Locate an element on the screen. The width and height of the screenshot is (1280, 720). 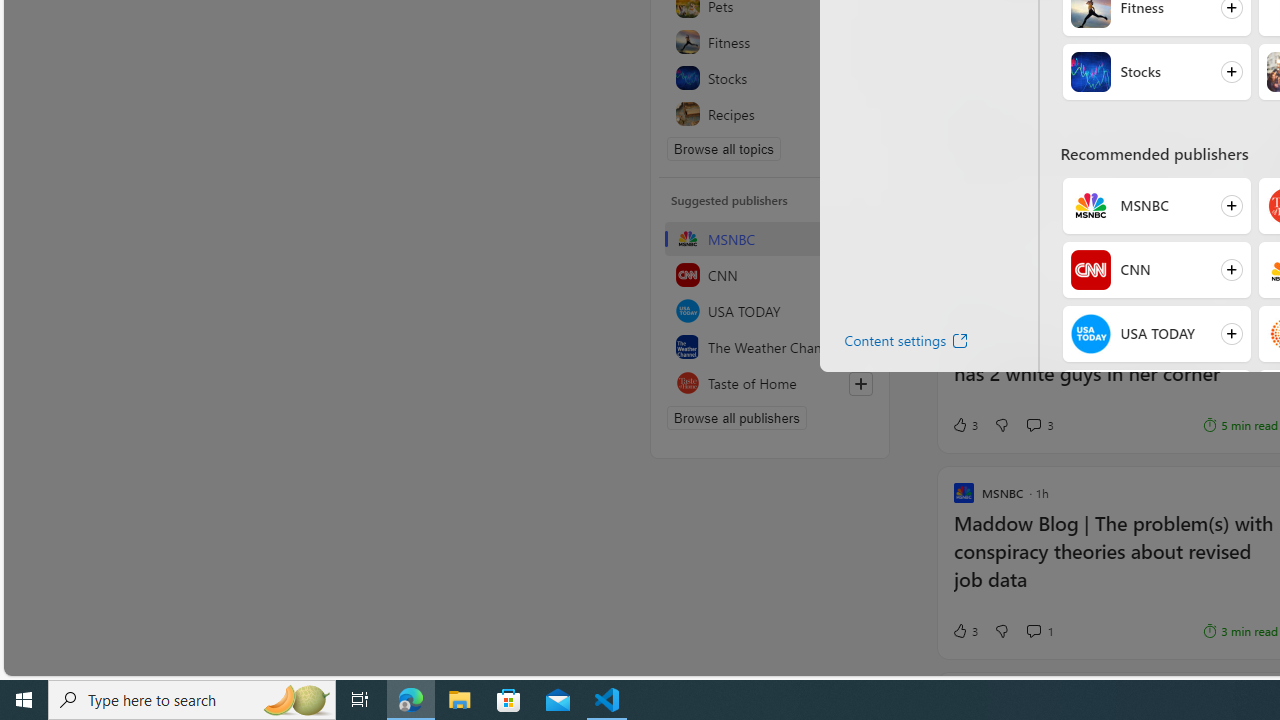
'The Weather Channel' is located at coordinates (769, 346).